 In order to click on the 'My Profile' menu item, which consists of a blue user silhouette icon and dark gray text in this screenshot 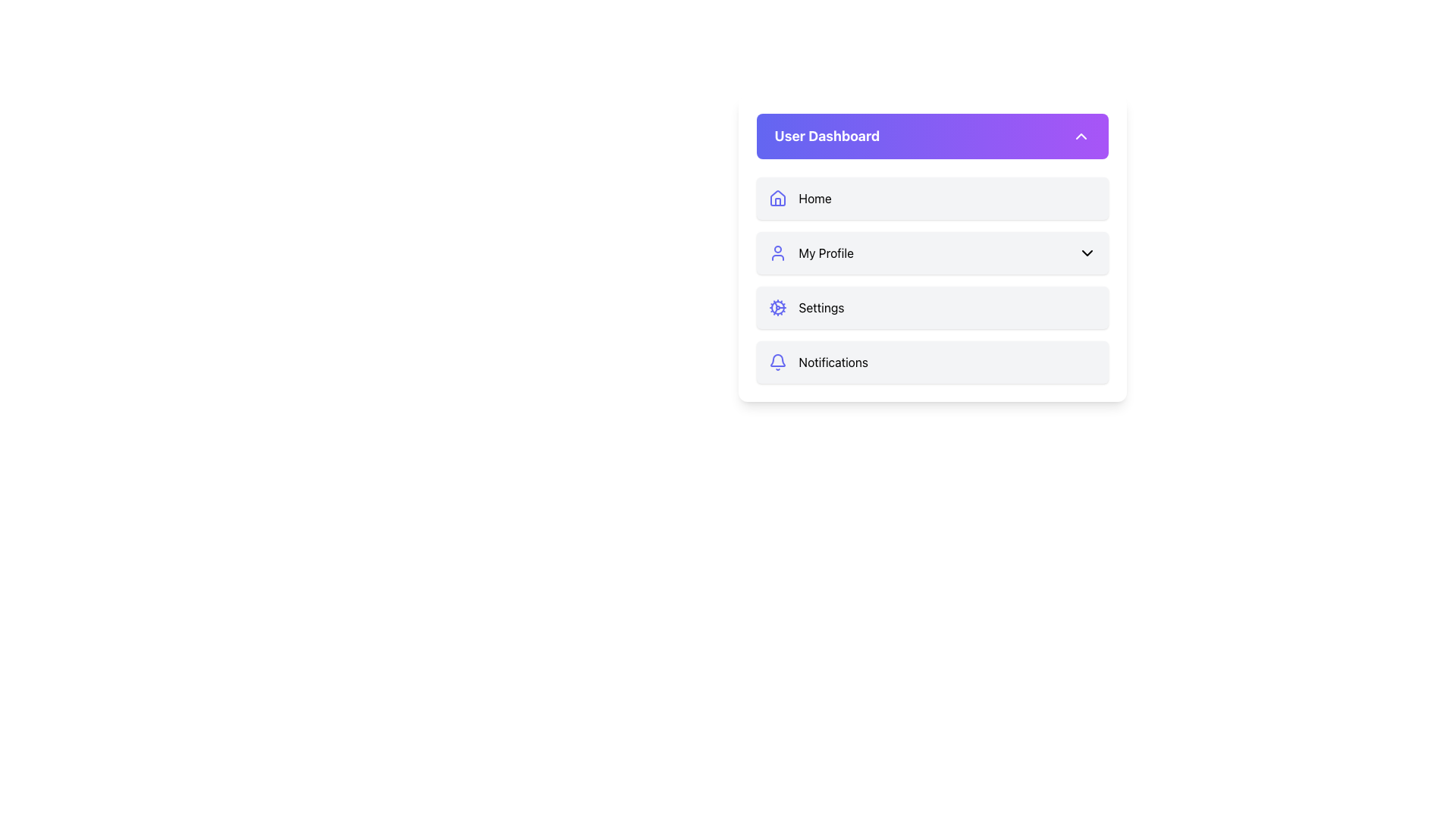, I will do `click(810, 253)`.